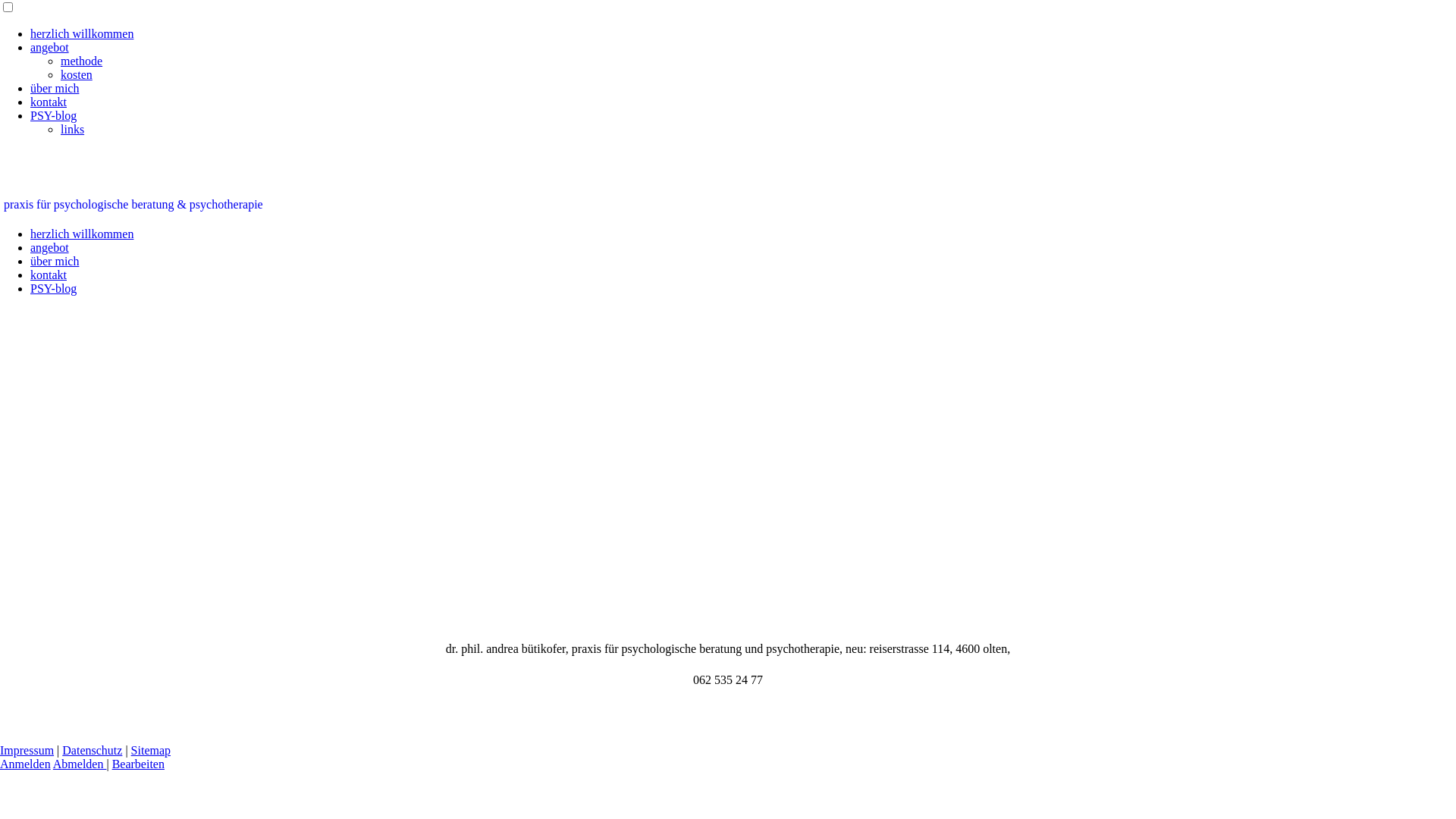 The height and width of the screenshot is (819, 1456). What do you see at coordinates (48, 102) in the screenshot?
I see `'kontakt'` at bounding box center [48, 102].